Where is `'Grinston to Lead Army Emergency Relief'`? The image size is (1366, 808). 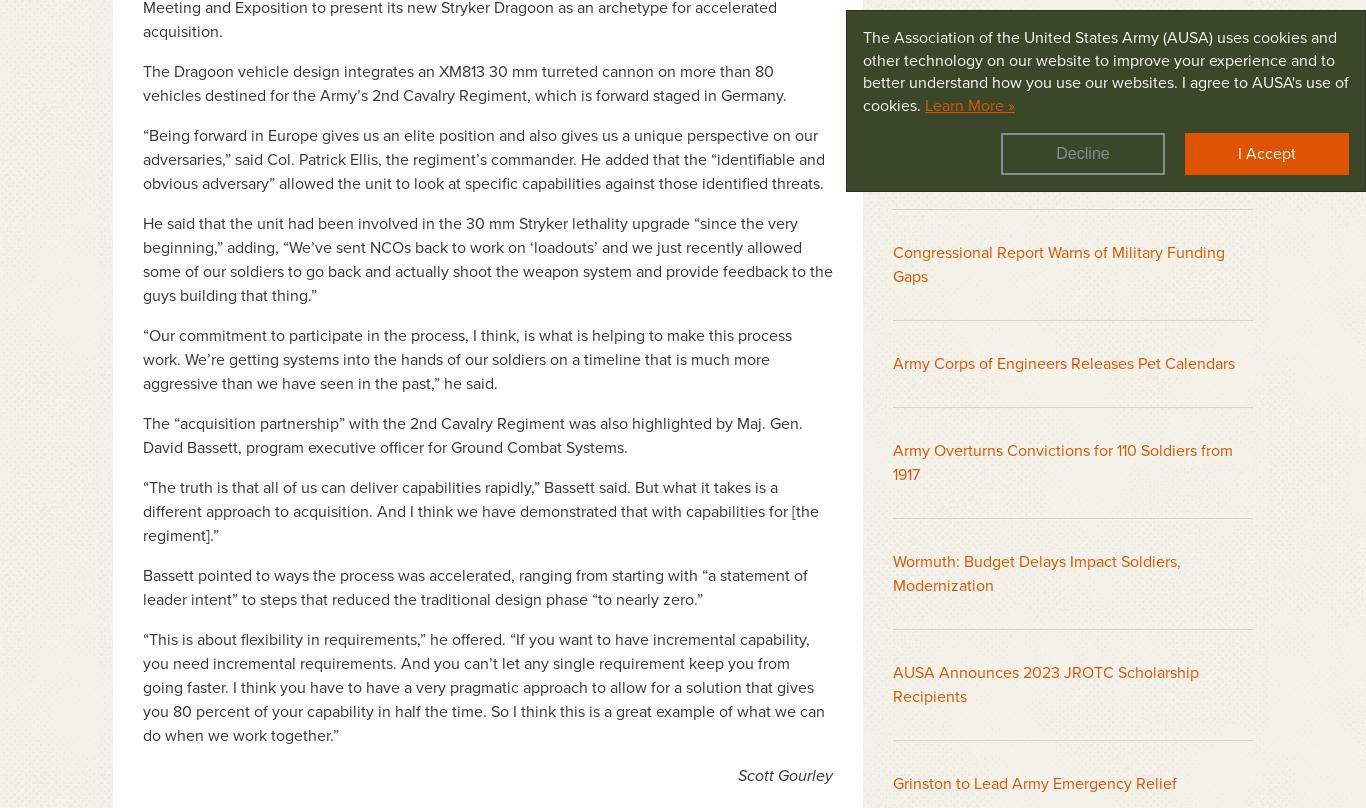
'Grinston to Lead Army Emergency Relief' is located at coordinates (1034, 782).